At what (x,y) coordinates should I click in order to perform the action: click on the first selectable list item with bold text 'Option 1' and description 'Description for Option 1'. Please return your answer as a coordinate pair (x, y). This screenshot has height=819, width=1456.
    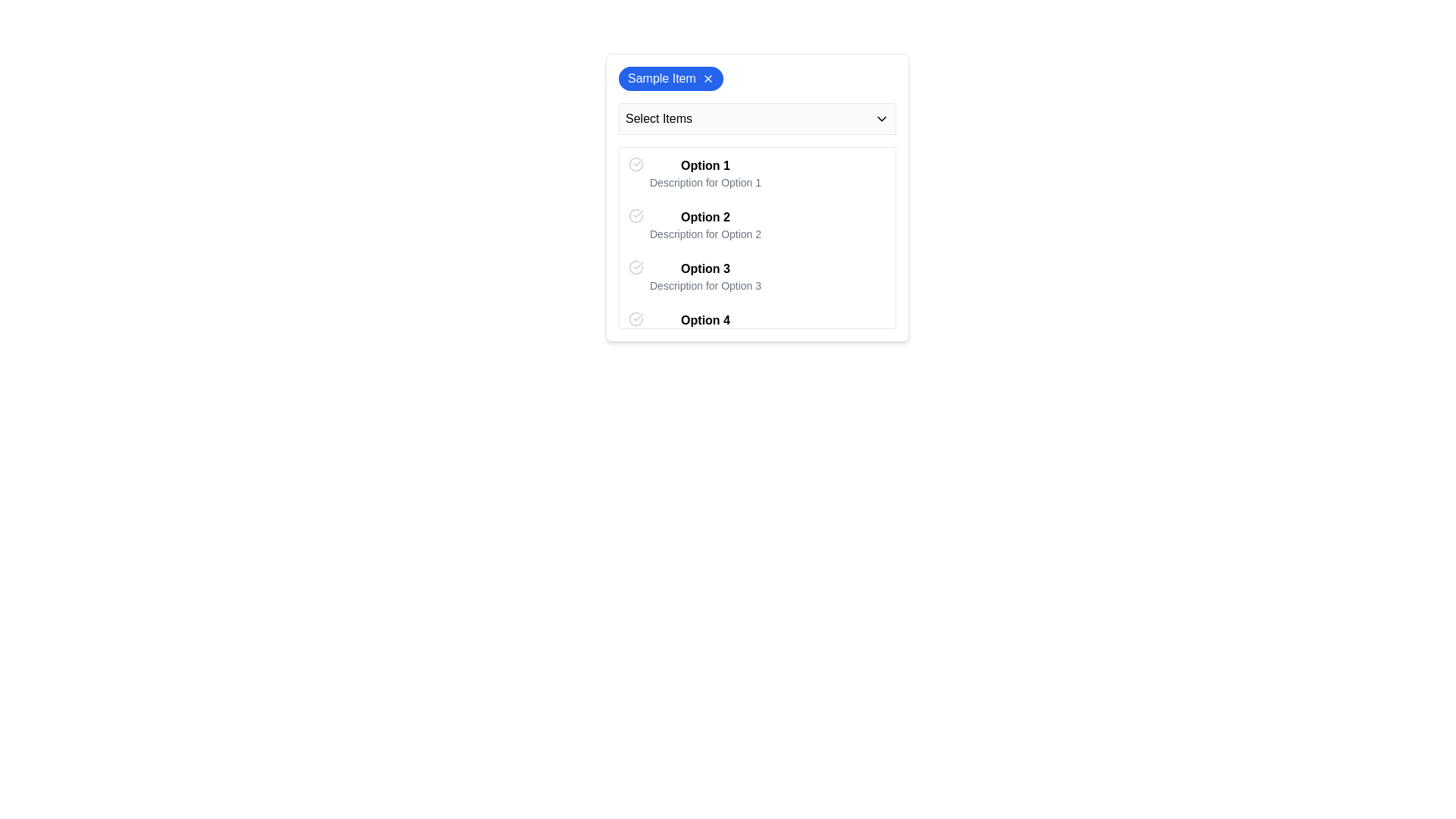
    Looking at the image, I should click on (704, 172).